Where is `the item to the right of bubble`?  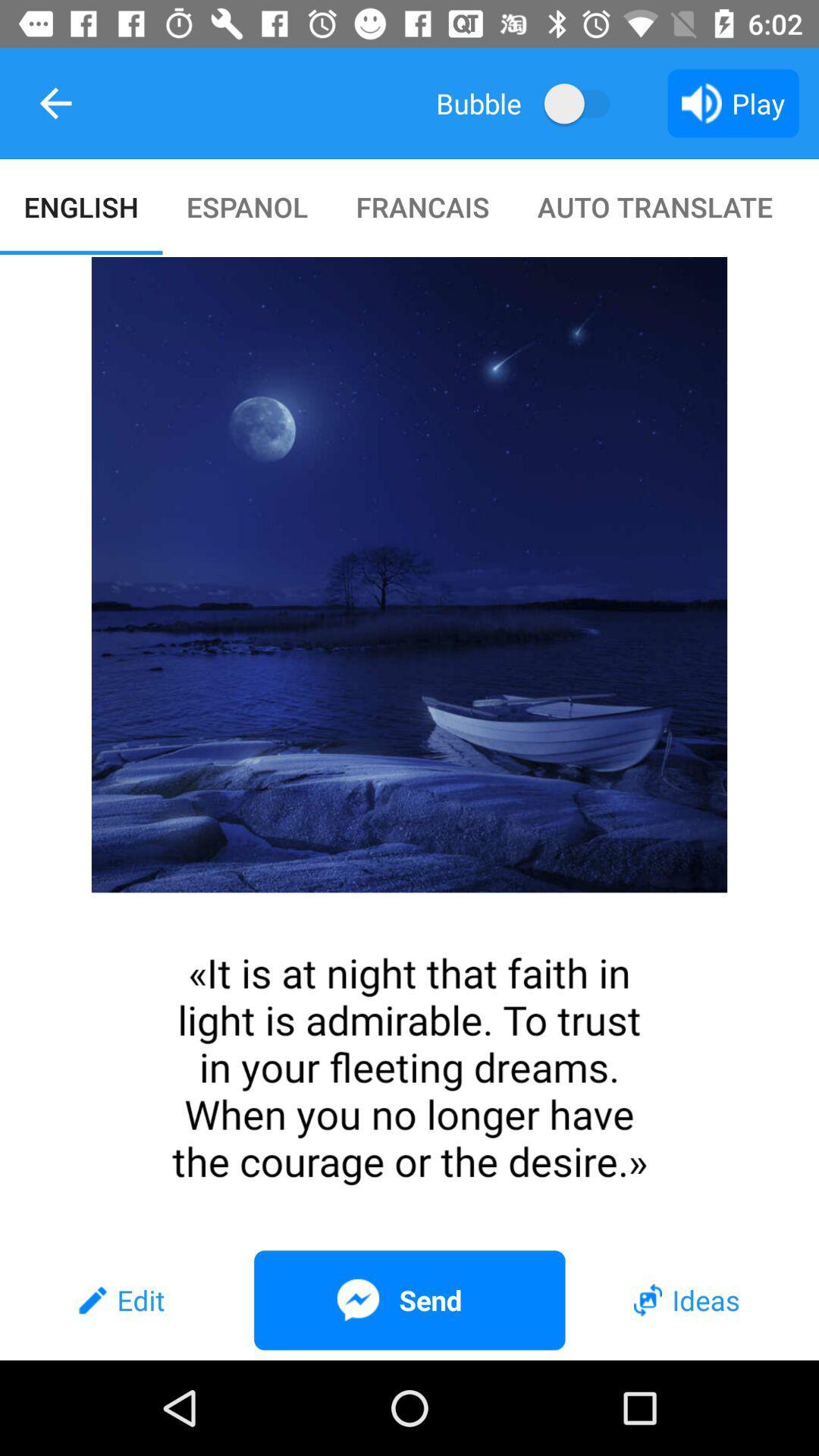
the item to the right of bubble is located at coordinates (584, 102).